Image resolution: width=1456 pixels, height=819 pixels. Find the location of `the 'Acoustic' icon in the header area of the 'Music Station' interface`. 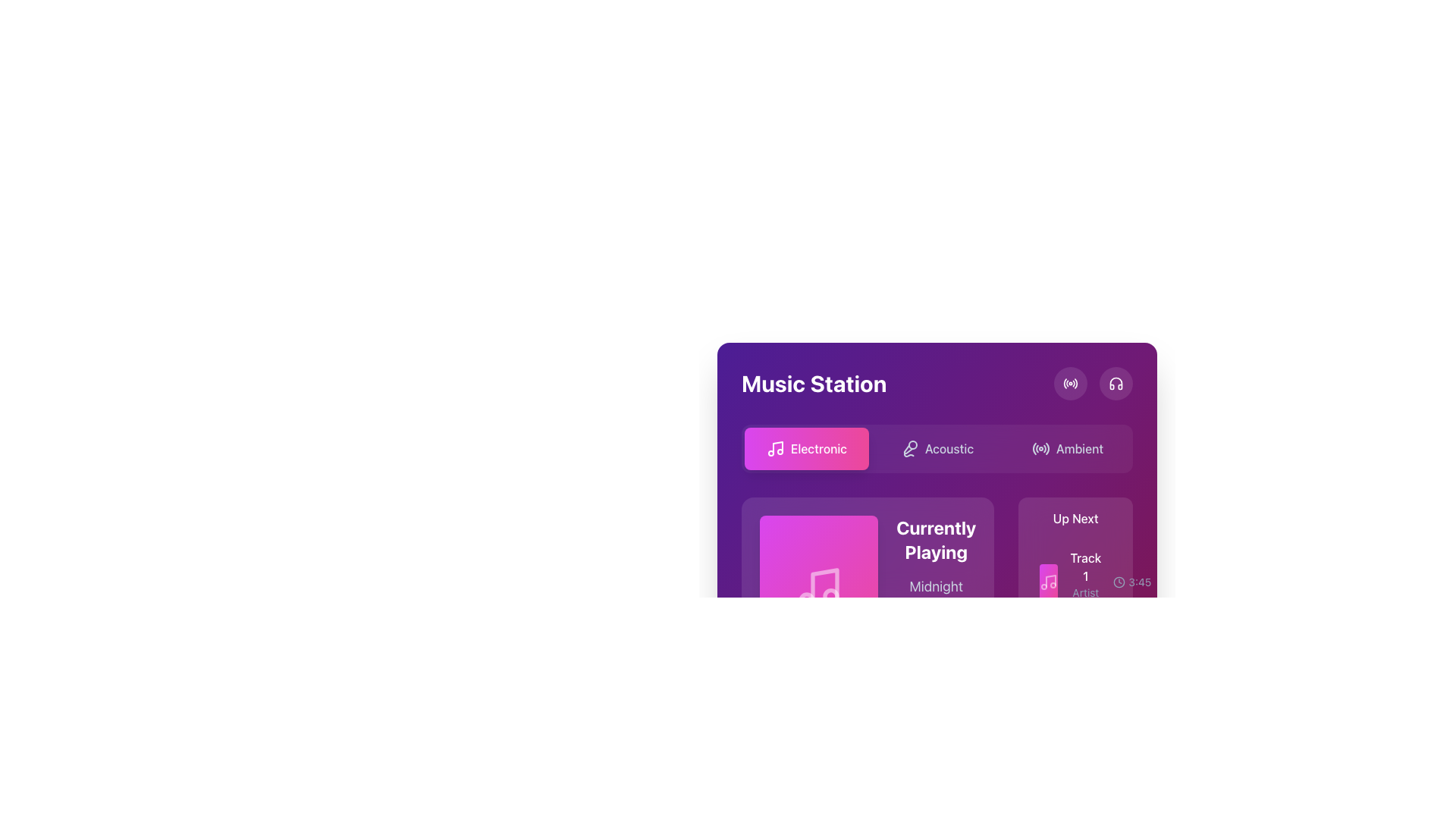

the 'Acoustic' icon in the header area of the 'Music Station' interface is located at coordinates (909, 447).